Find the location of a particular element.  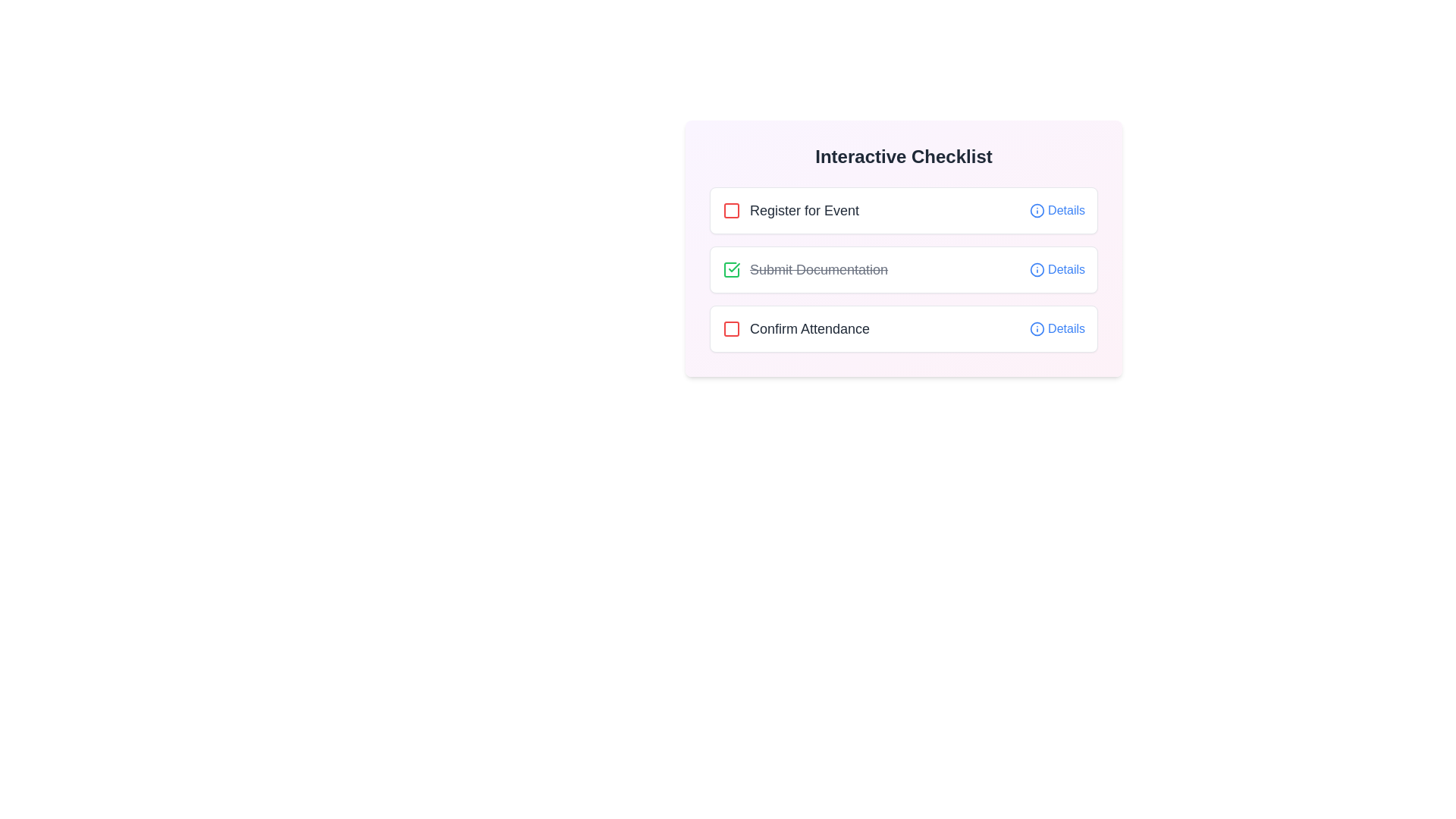

the first checkbox in the checklist for 'Submit Documentation' is located at coordinates (731, 268).